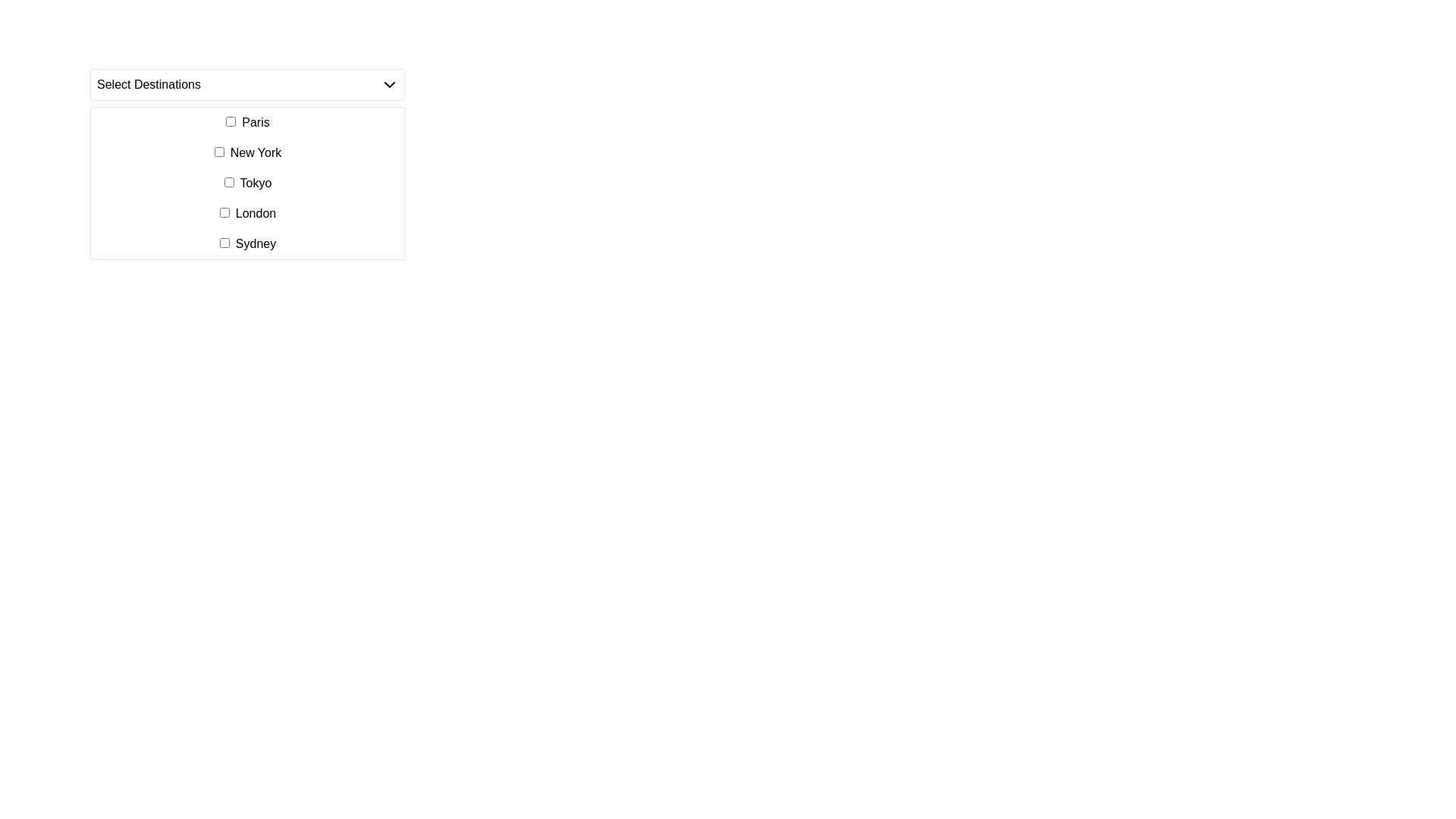 This screenshot has width=1456, height=819. Describe the element at coordinates (228, 181) in the screenshot. I see `the checkbox for the destination 'Tokyo', which is the third option in the list of destinations located beneath the text 'Select Destinations'` at that location.